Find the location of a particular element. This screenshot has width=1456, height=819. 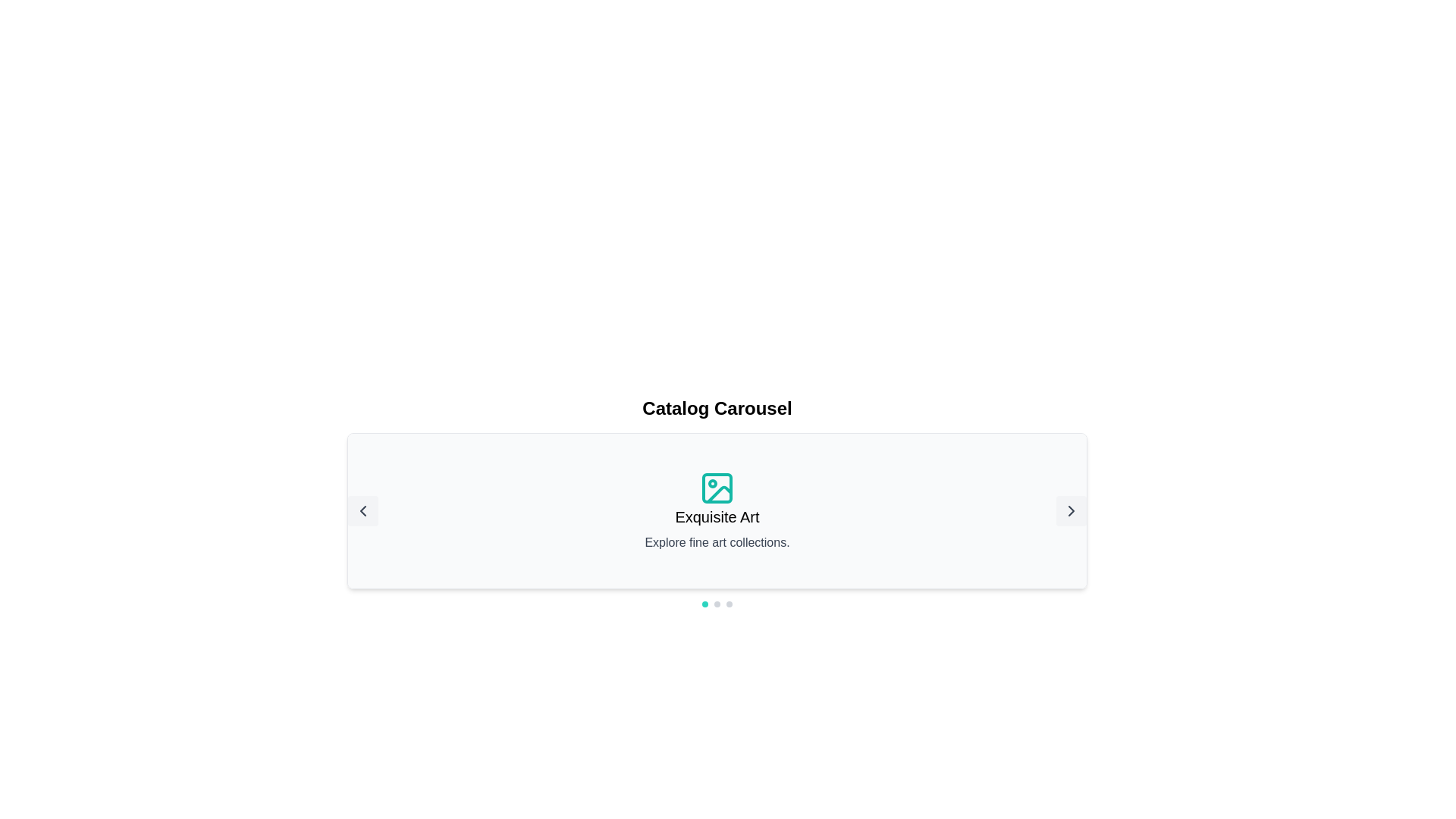

the teal rectangular vector graphic component with rounded corners located within the SVG icon, positioned above the text 'Exquisite Art' is located at coordinates (716, 488).